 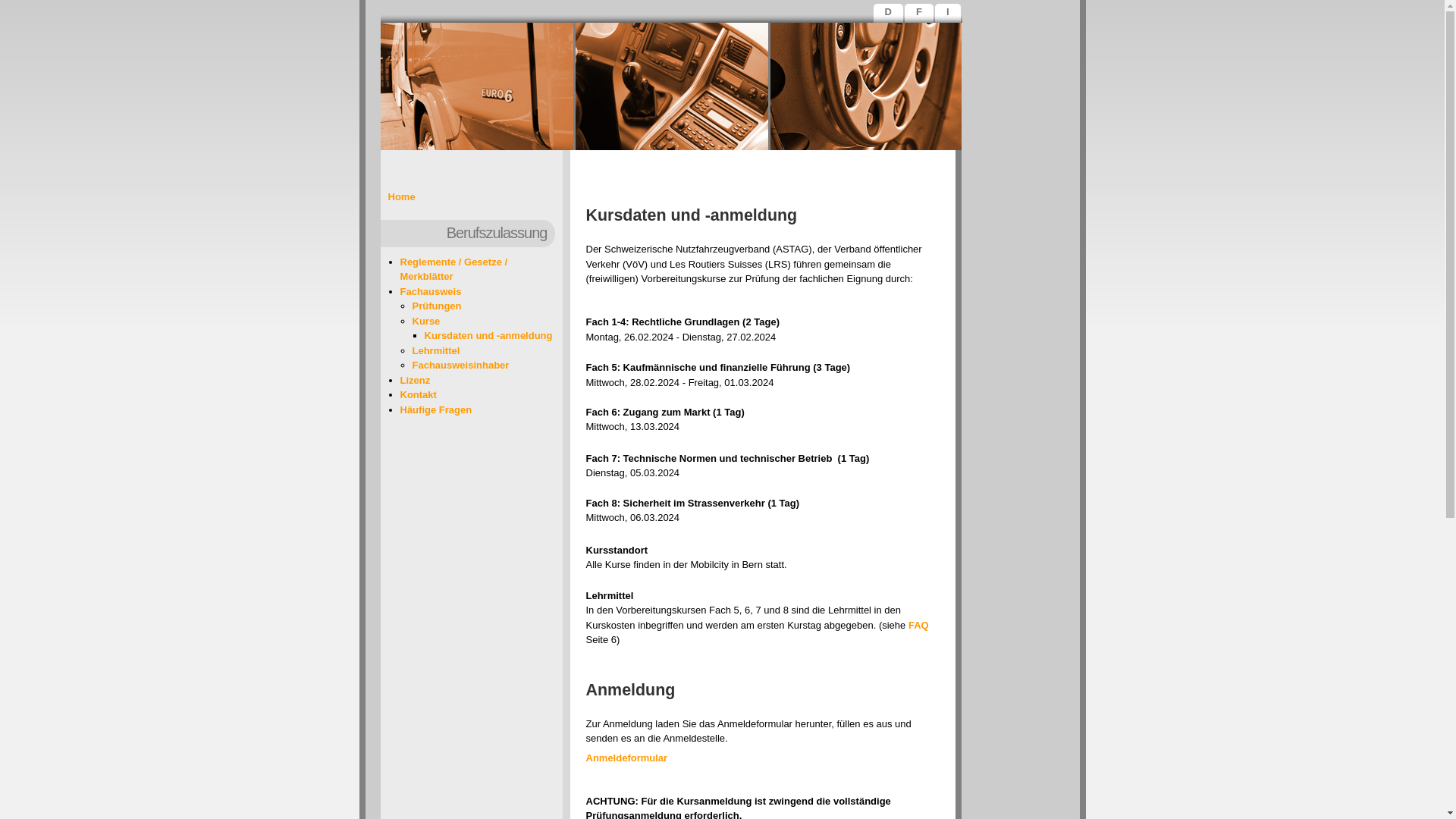 I want to click on 'Home', so click(x=401, y=196).